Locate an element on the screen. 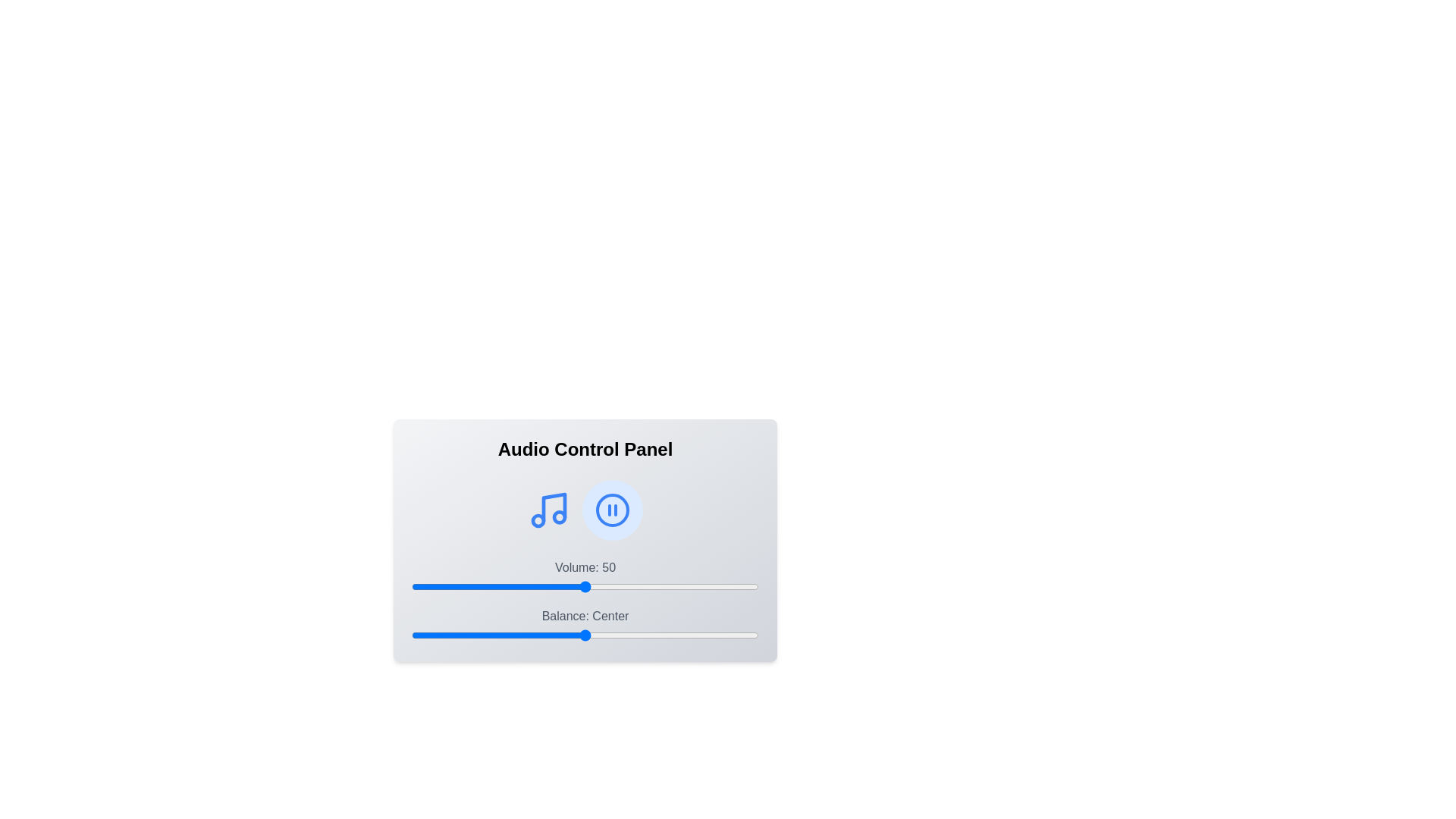  the decorative circle element within the SVG music note icon, located in the left segment of the interface is located at coordinates (538, 519).